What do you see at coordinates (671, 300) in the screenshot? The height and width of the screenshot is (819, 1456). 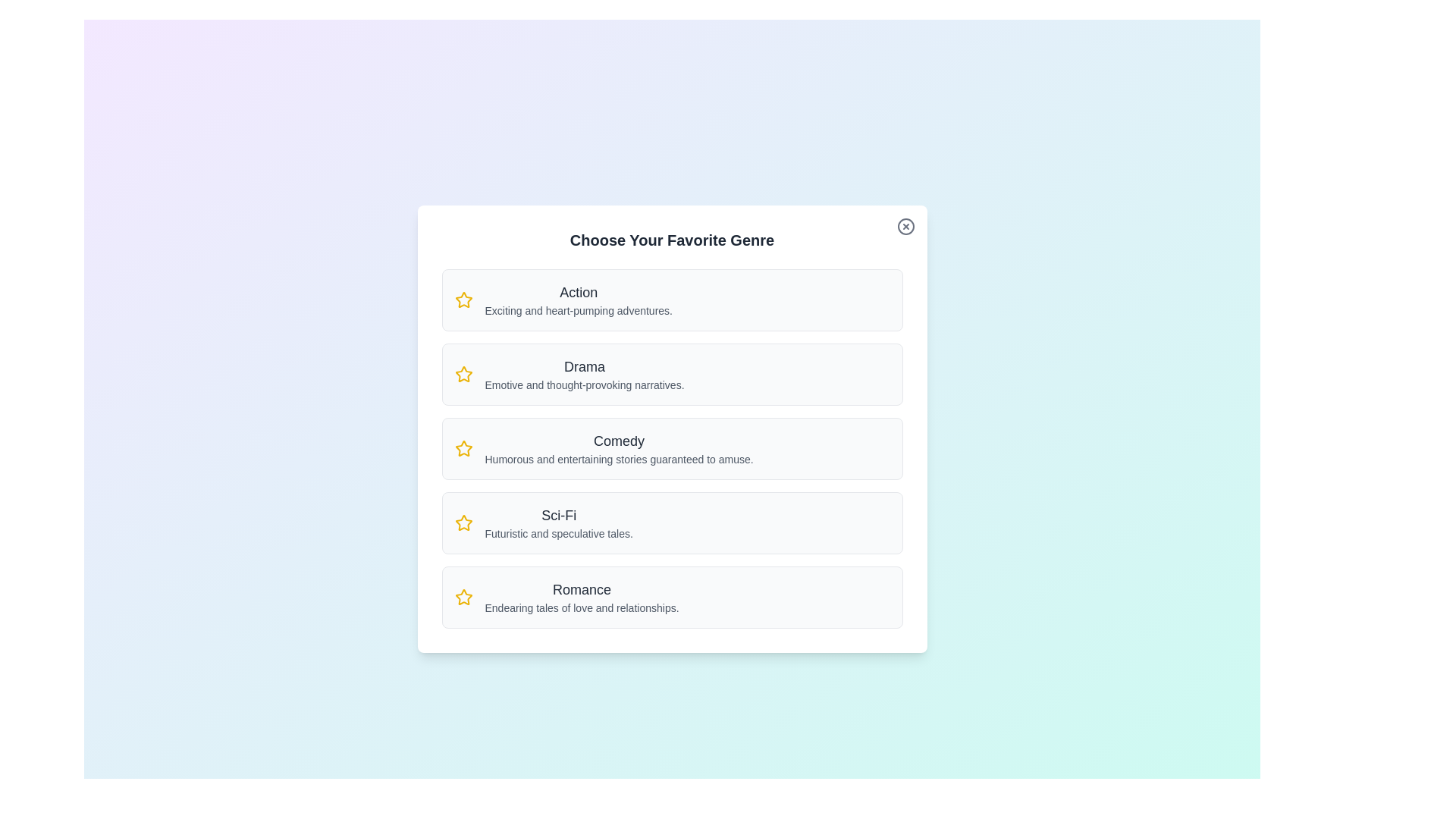 I see `the card corresponding to the genre Action` at bounding box center [671, 300].